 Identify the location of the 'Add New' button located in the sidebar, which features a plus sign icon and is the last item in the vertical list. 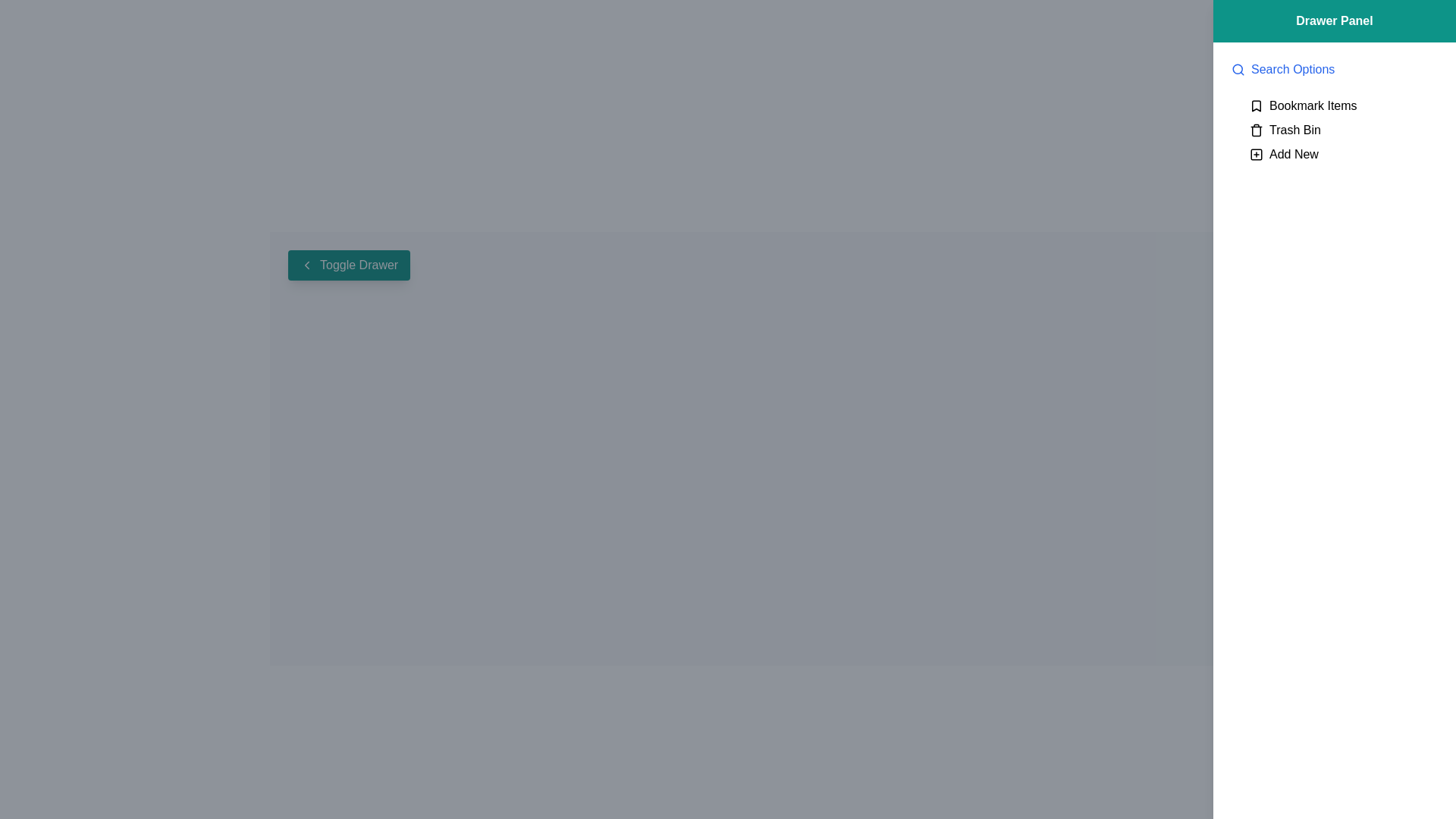
(1283, 155).